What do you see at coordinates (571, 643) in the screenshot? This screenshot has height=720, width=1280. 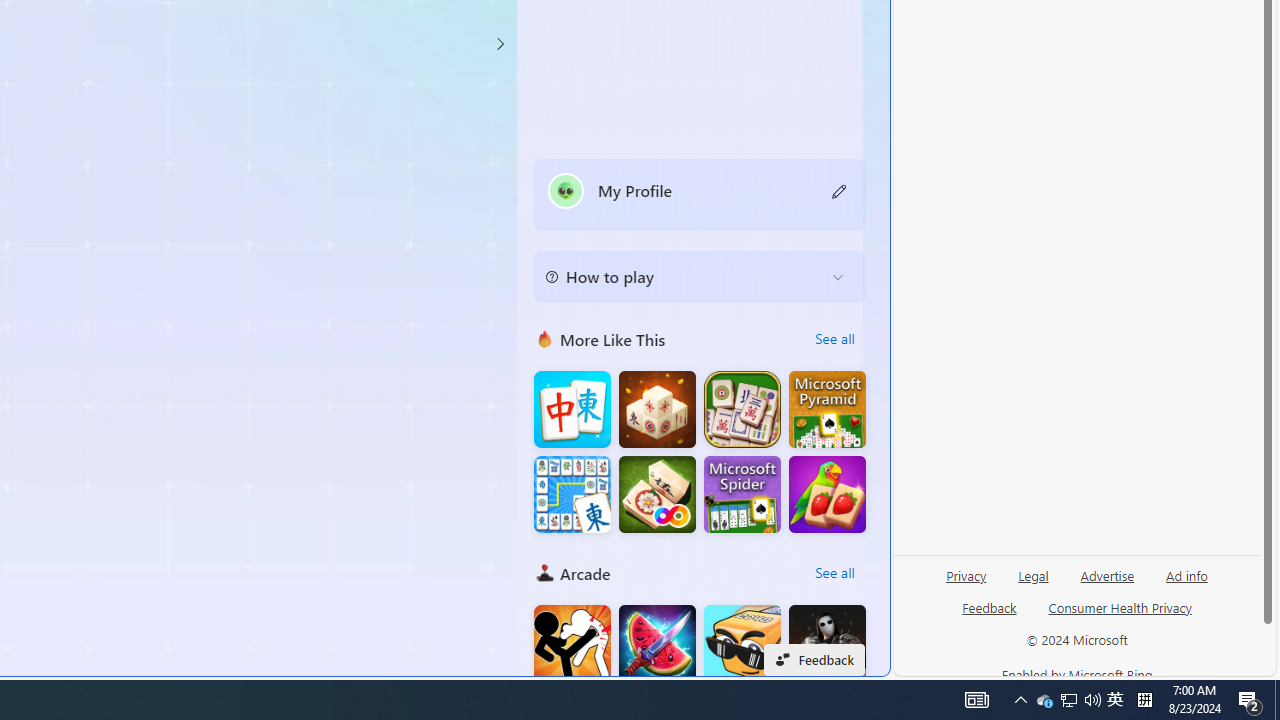 I see `'Stickman Fighter : Mega Brawl'` at bounding box center [571, 643].